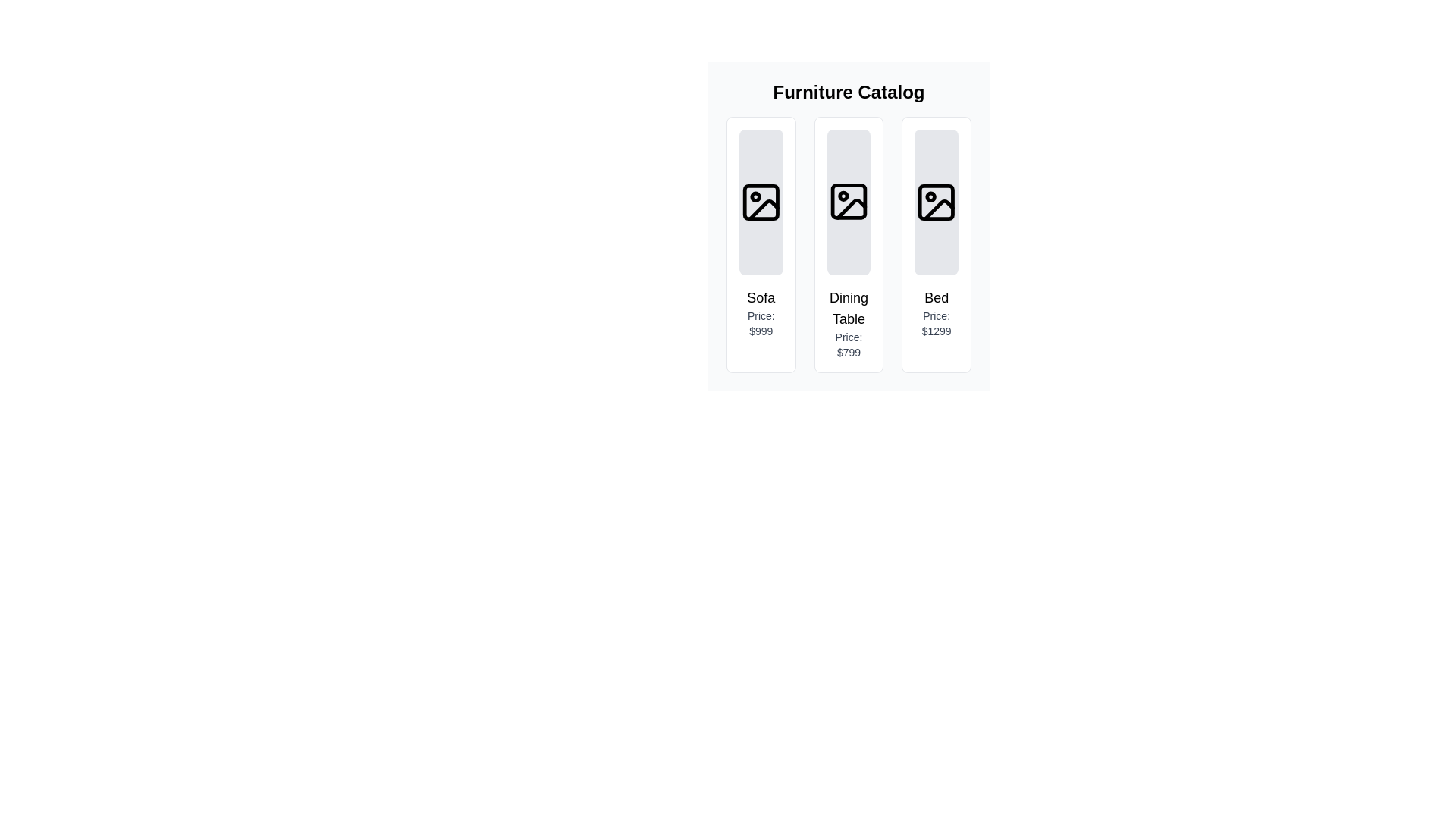 Image resolution: width=1456 pixels, height=819 pixels. I want to click on the label text that describes the item in the central panel, located below the image placeholder and above the 'Price: $799' text, so click(848, 308).